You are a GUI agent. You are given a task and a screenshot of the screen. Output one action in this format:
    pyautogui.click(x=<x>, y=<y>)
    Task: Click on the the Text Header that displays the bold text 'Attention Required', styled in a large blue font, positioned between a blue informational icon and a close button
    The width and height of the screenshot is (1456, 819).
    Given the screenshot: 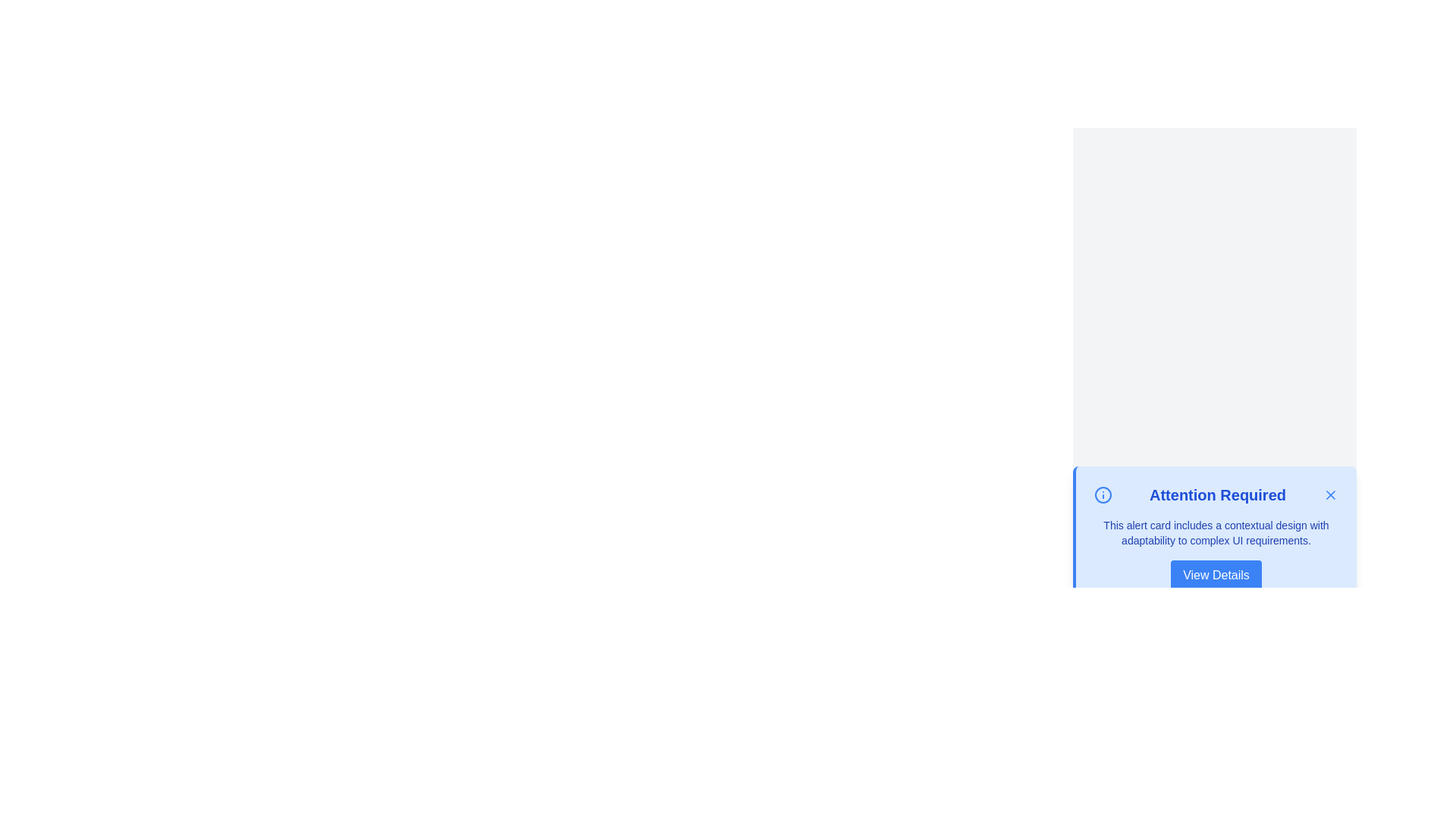 What is the action you would take?
    pyautogui.click(x=1218, y=494)
    